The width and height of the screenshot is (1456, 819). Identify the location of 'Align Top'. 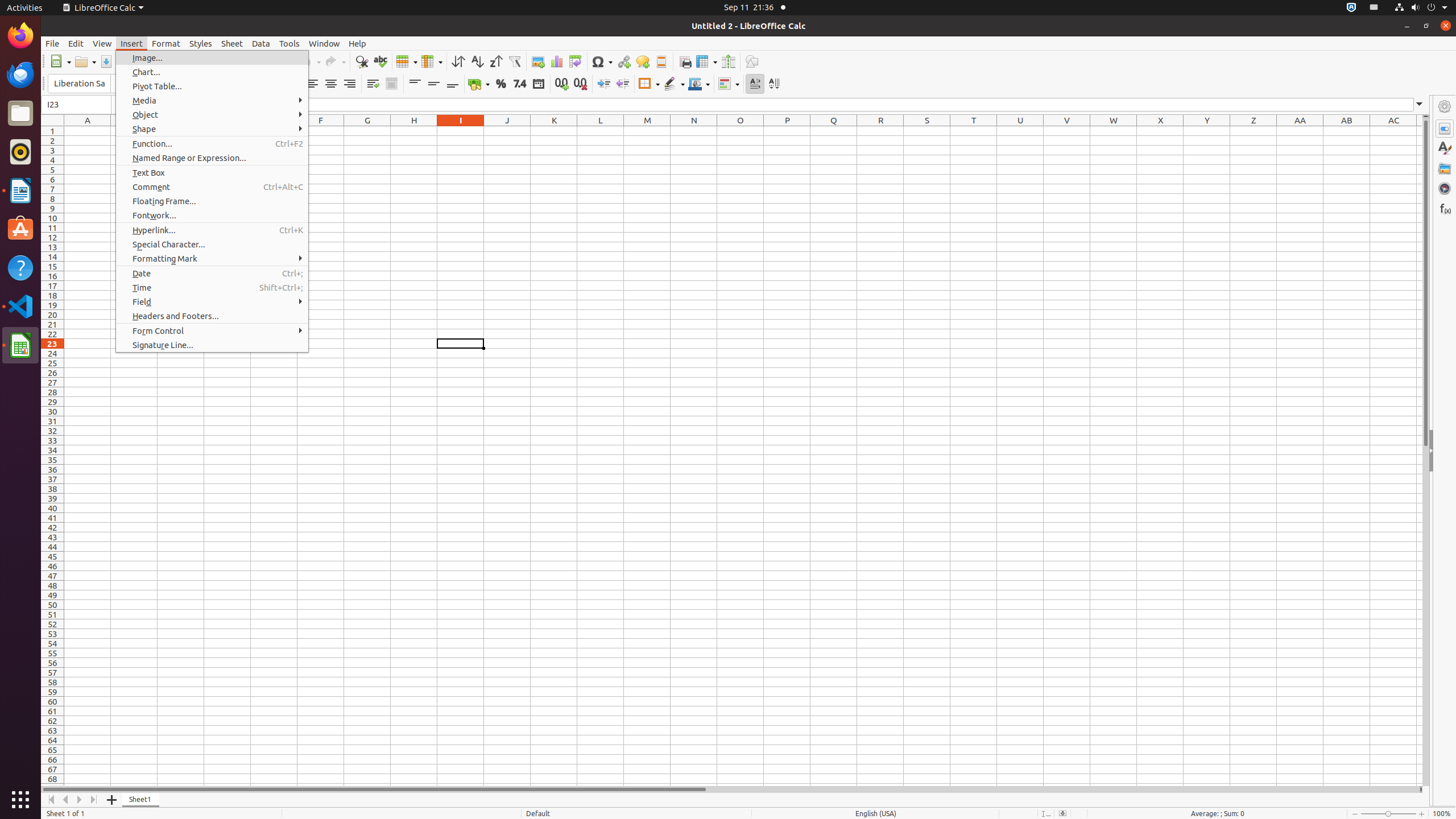
(415, 83).